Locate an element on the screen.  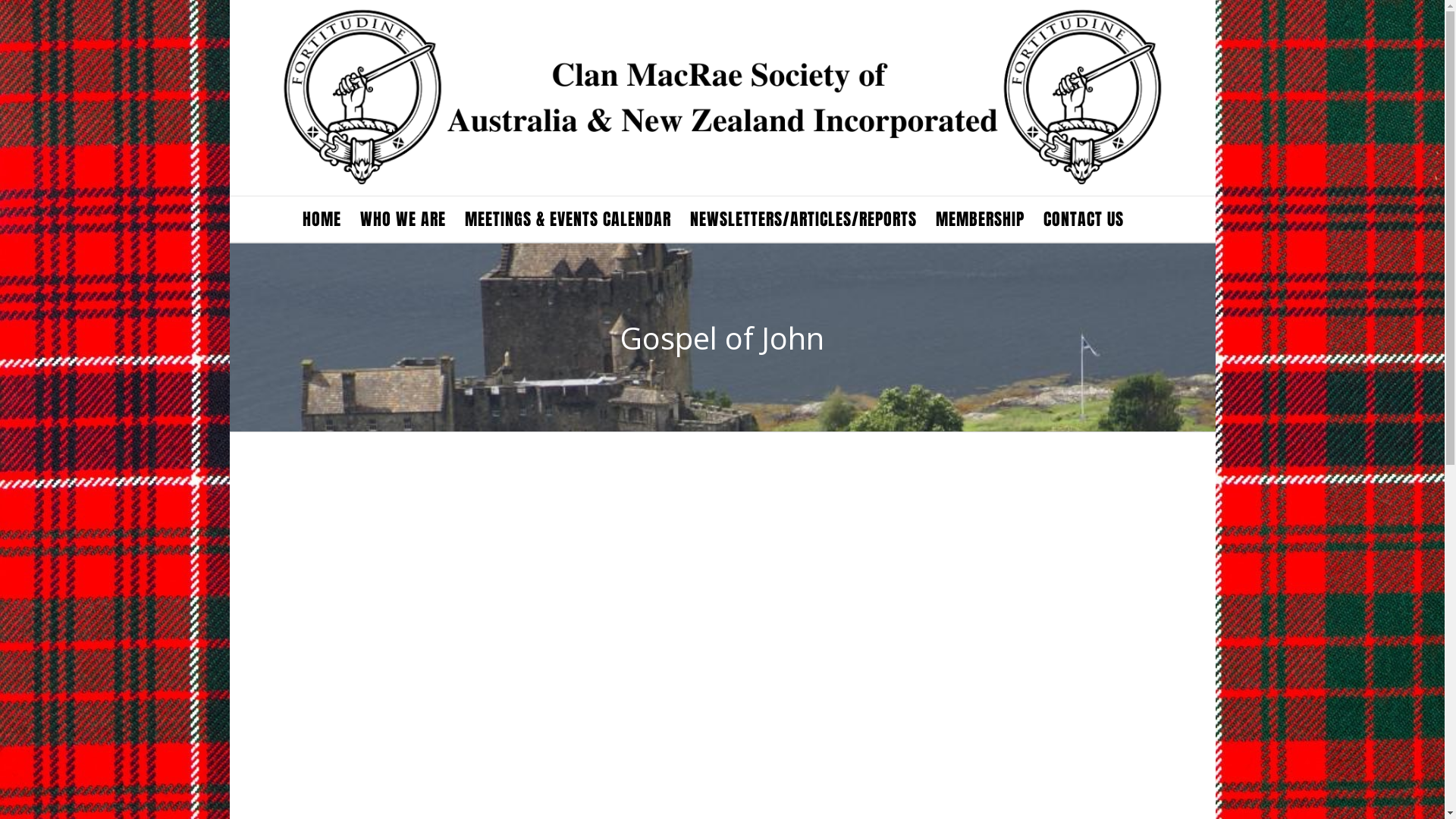
'CONTACT US' is located at coordinates (1083, 219).